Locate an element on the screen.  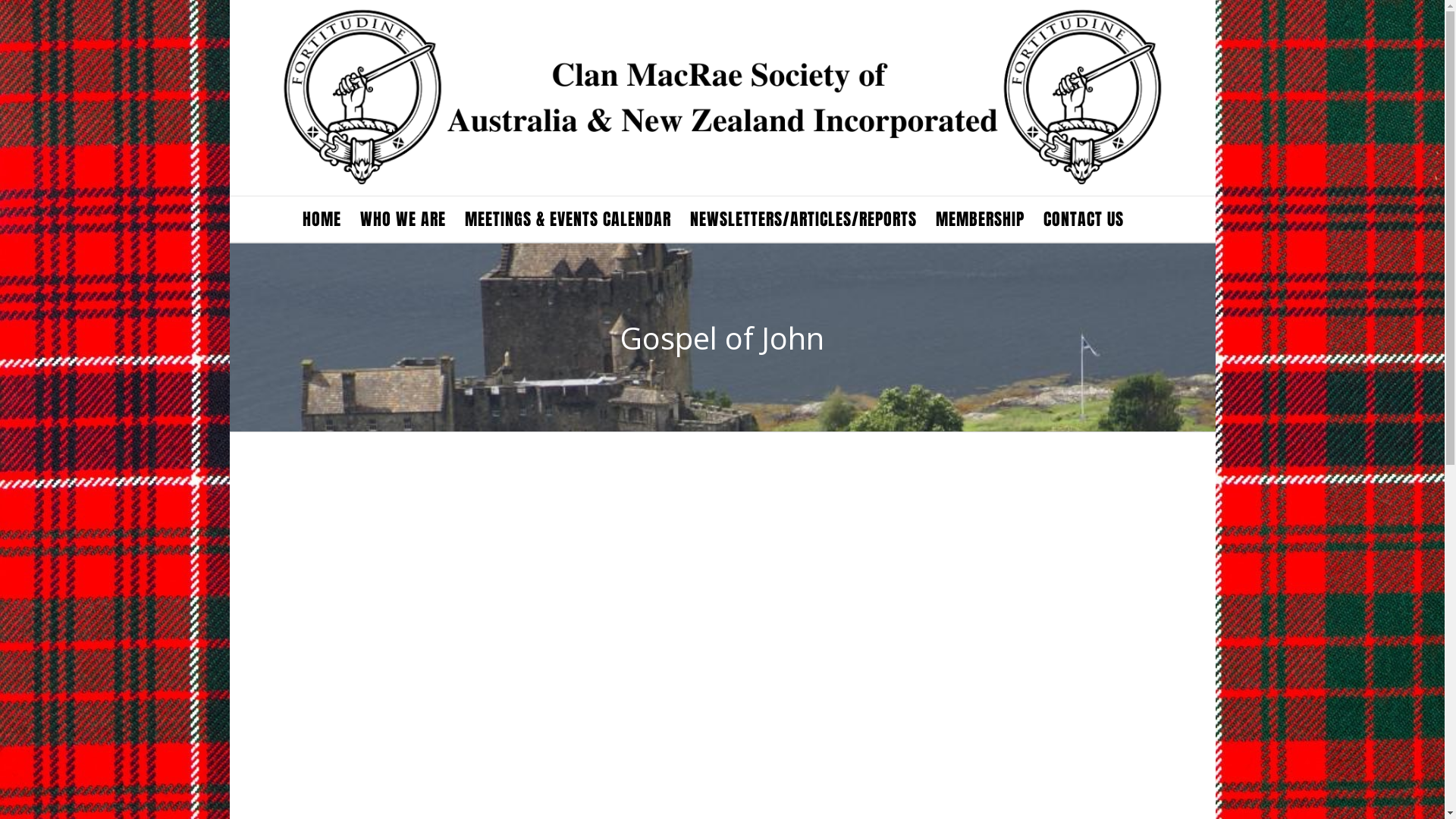
'CONTACT US' is located at coordinates (1083, 219).